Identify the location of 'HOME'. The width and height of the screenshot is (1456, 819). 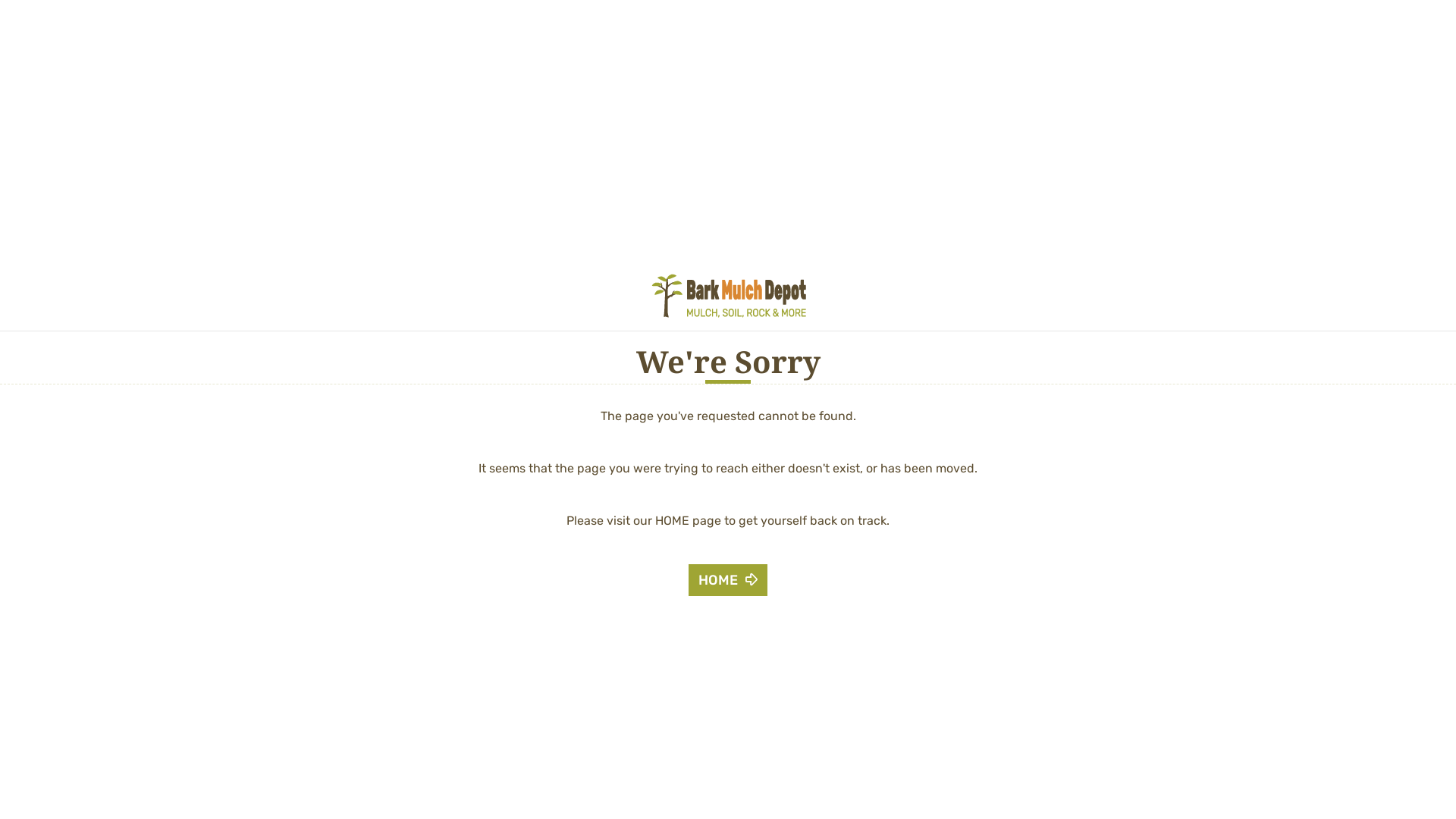
(687, 579).